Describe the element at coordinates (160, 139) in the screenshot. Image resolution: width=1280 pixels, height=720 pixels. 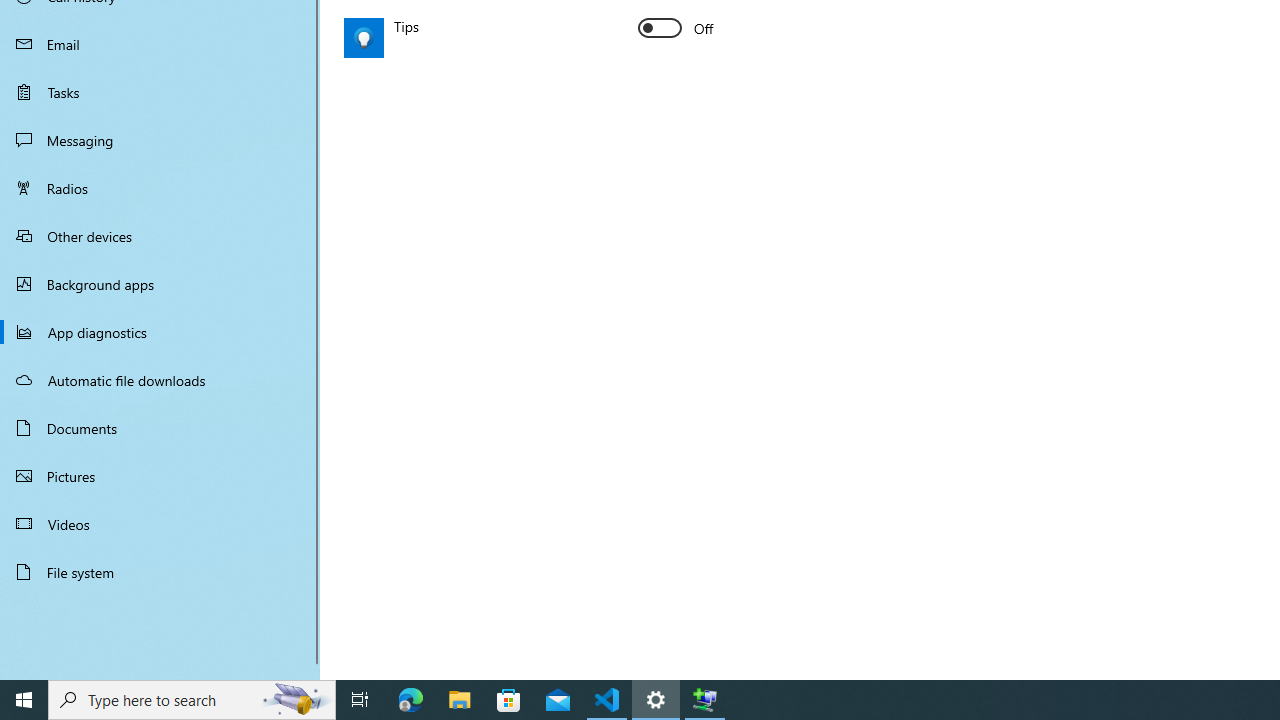
I see `'Messaging'` at that location.